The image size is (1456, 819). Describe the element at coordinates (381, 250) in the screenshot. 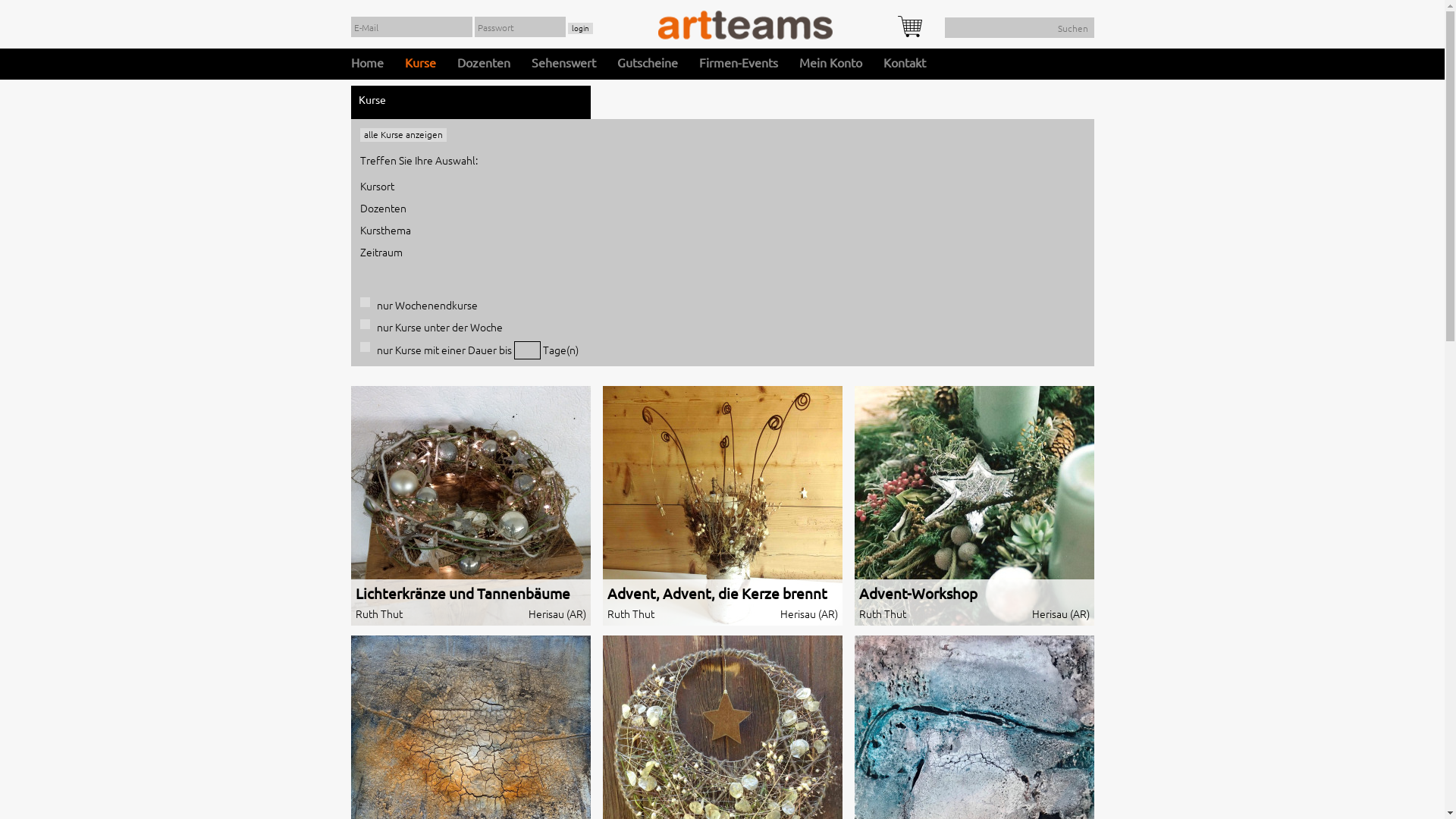

I see `'Zeitraum'` at that location.